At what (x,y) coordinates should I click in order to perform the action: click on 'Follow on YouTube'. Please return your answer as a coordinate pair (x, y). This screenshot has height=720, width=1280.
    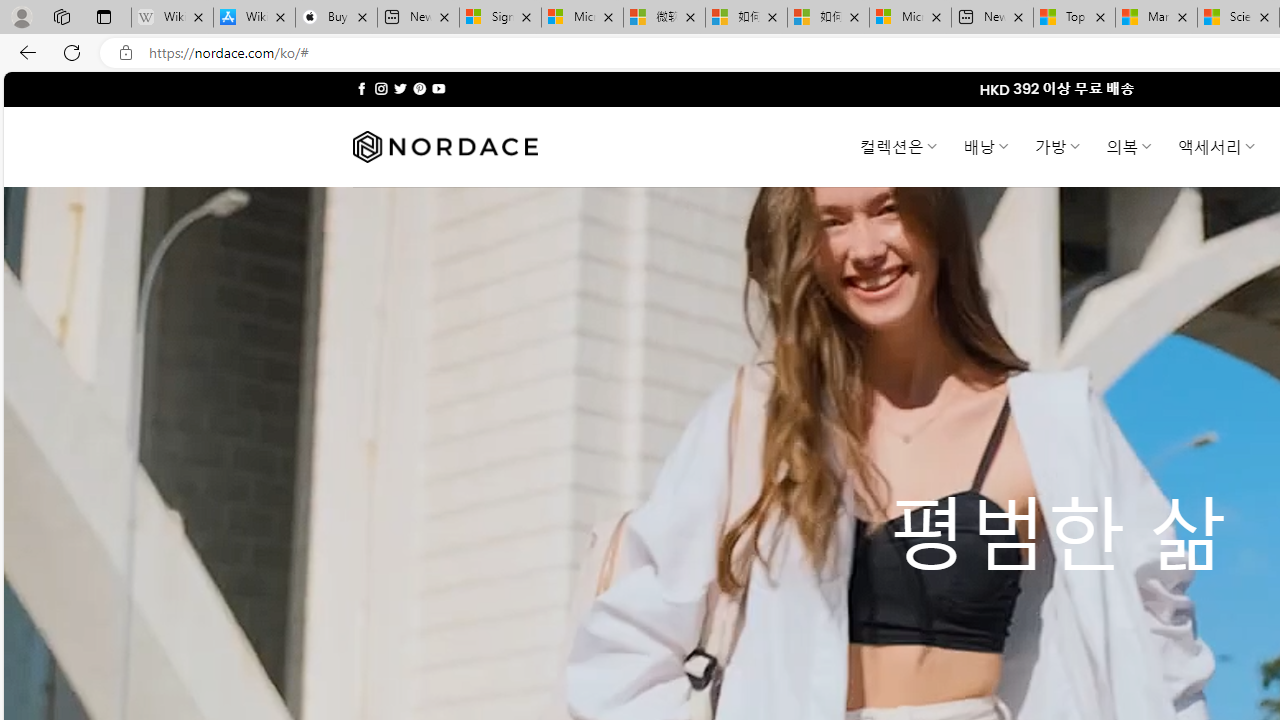
    Looking at the image, I should click on (438, 88).